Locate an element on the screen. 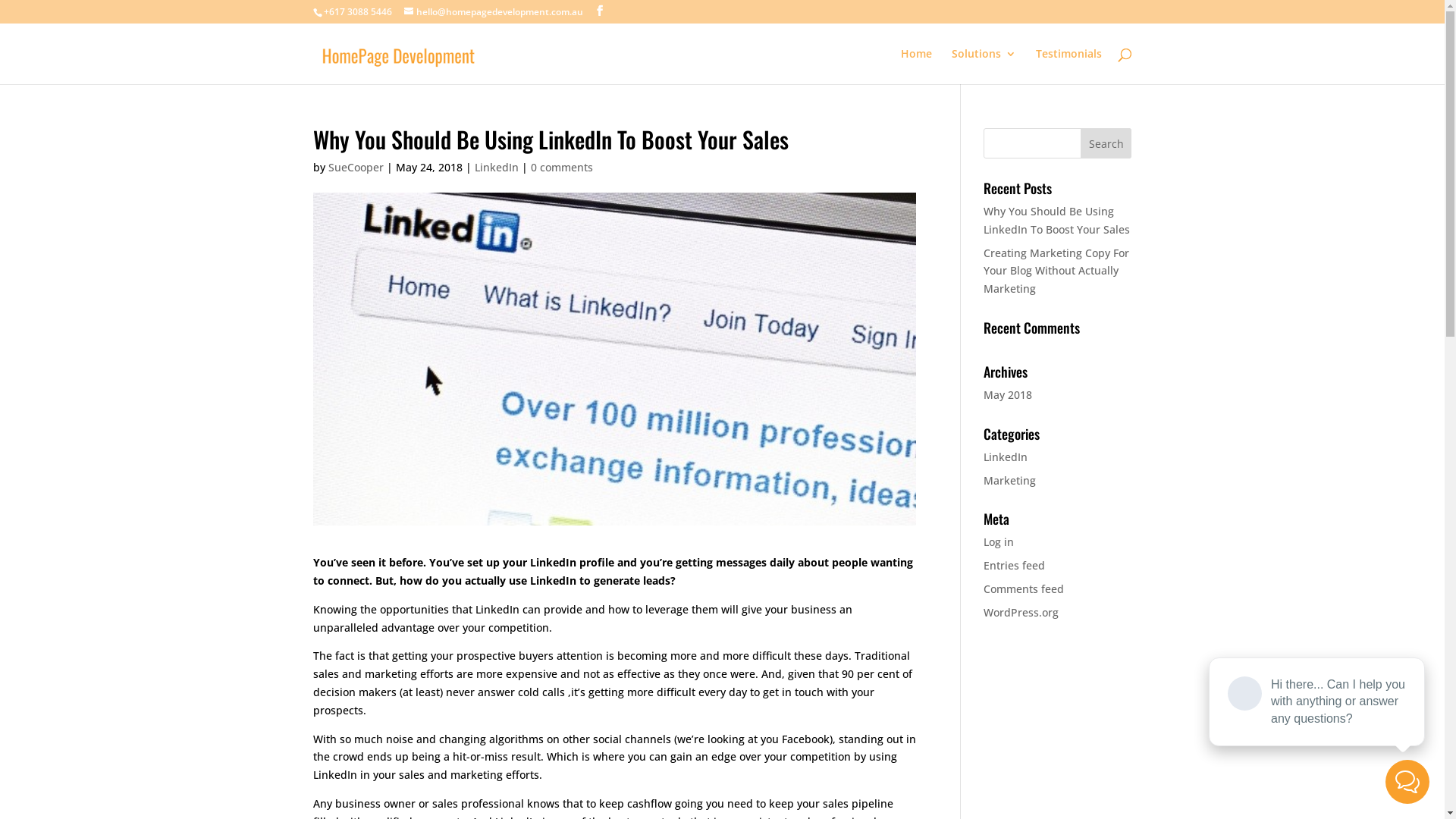  'Entries feed' is located at coordinates (1014, 565).